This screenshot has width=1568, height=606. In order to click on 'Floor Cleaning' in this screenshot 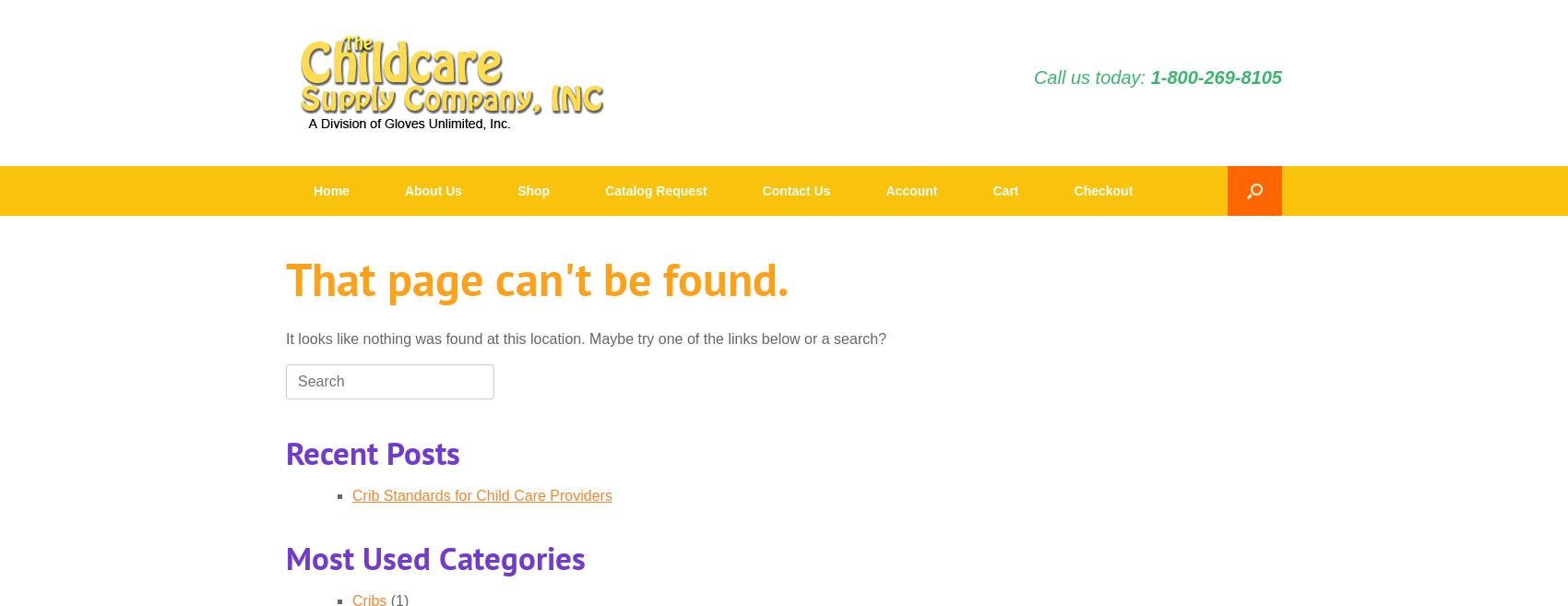, I will do `click(746, 518)`.